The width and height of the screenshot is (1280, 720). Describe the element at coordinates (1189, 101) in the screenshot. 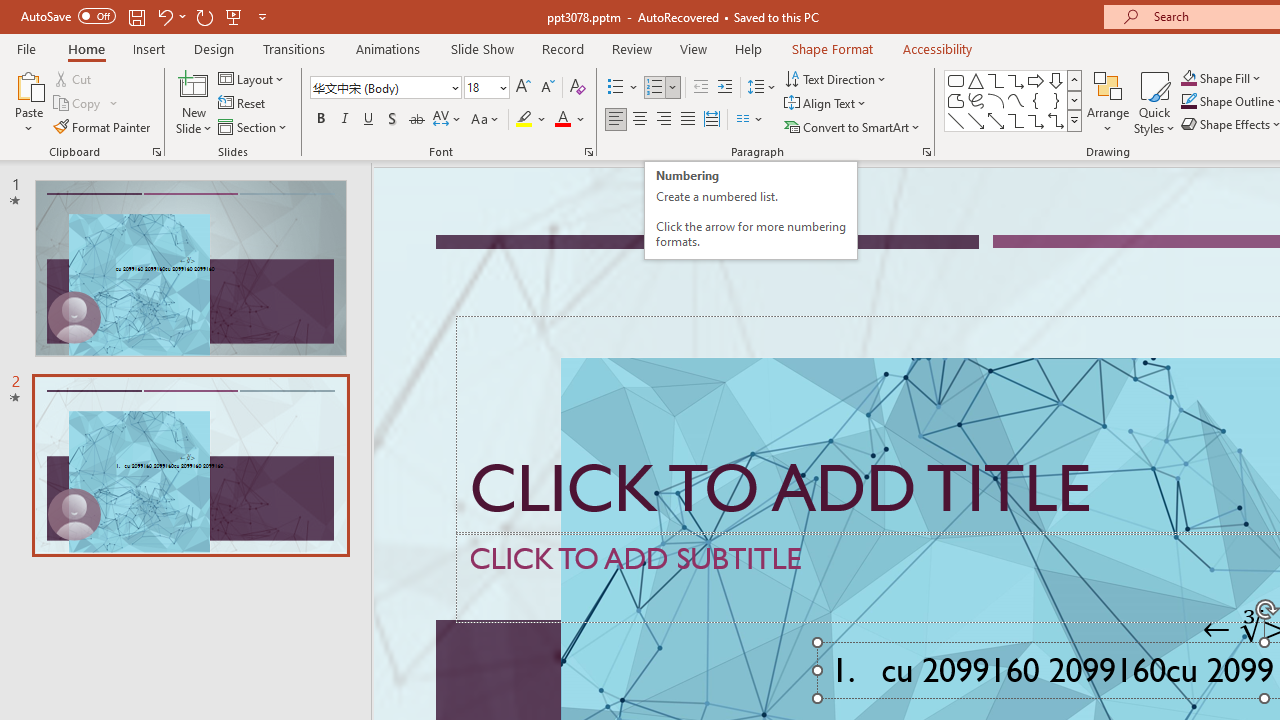

I see `'Shape Outline Green, Accent 1'` at that location.